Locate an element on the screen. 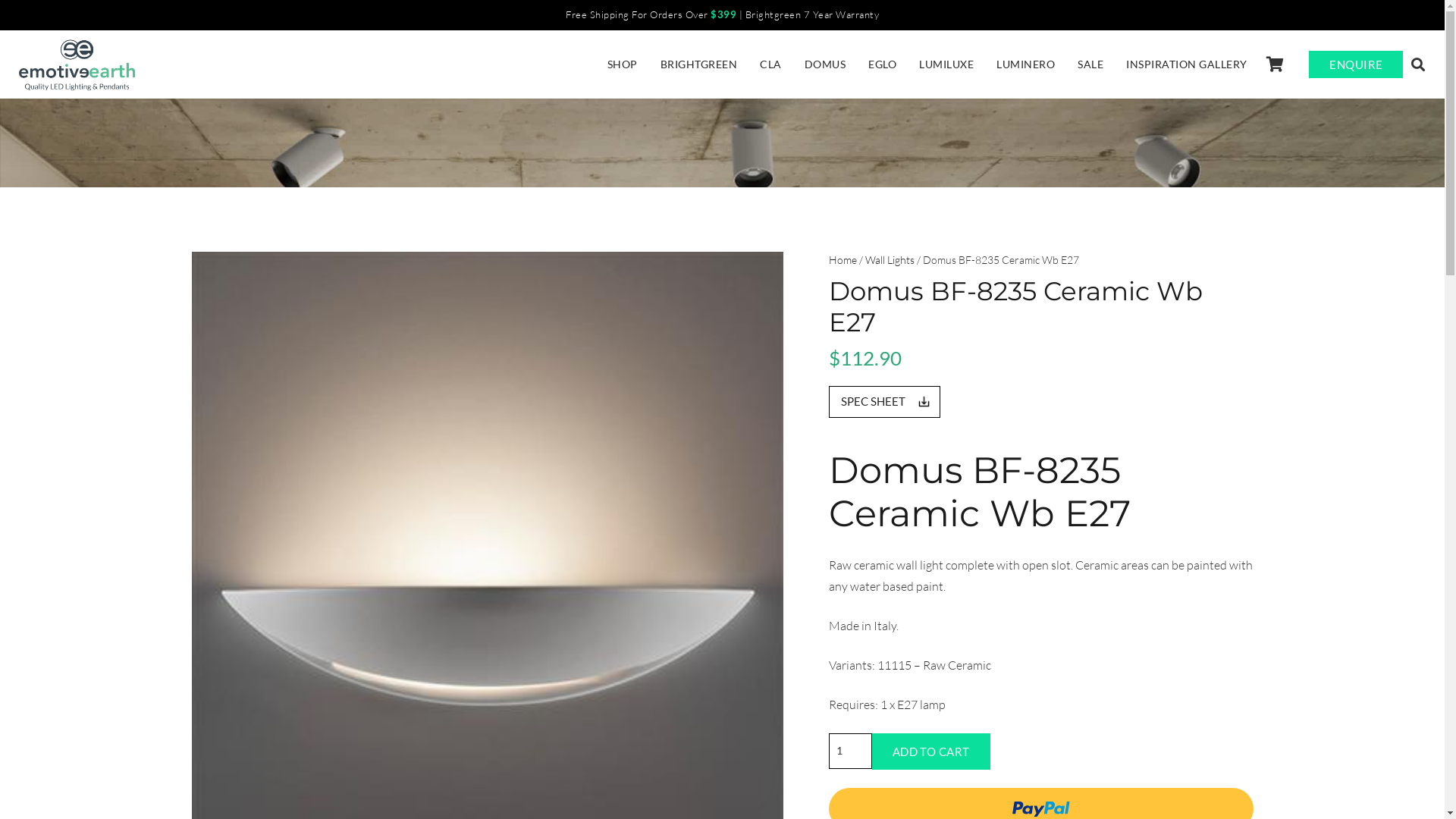  'EGLO' is located at coordinates (882, 63).